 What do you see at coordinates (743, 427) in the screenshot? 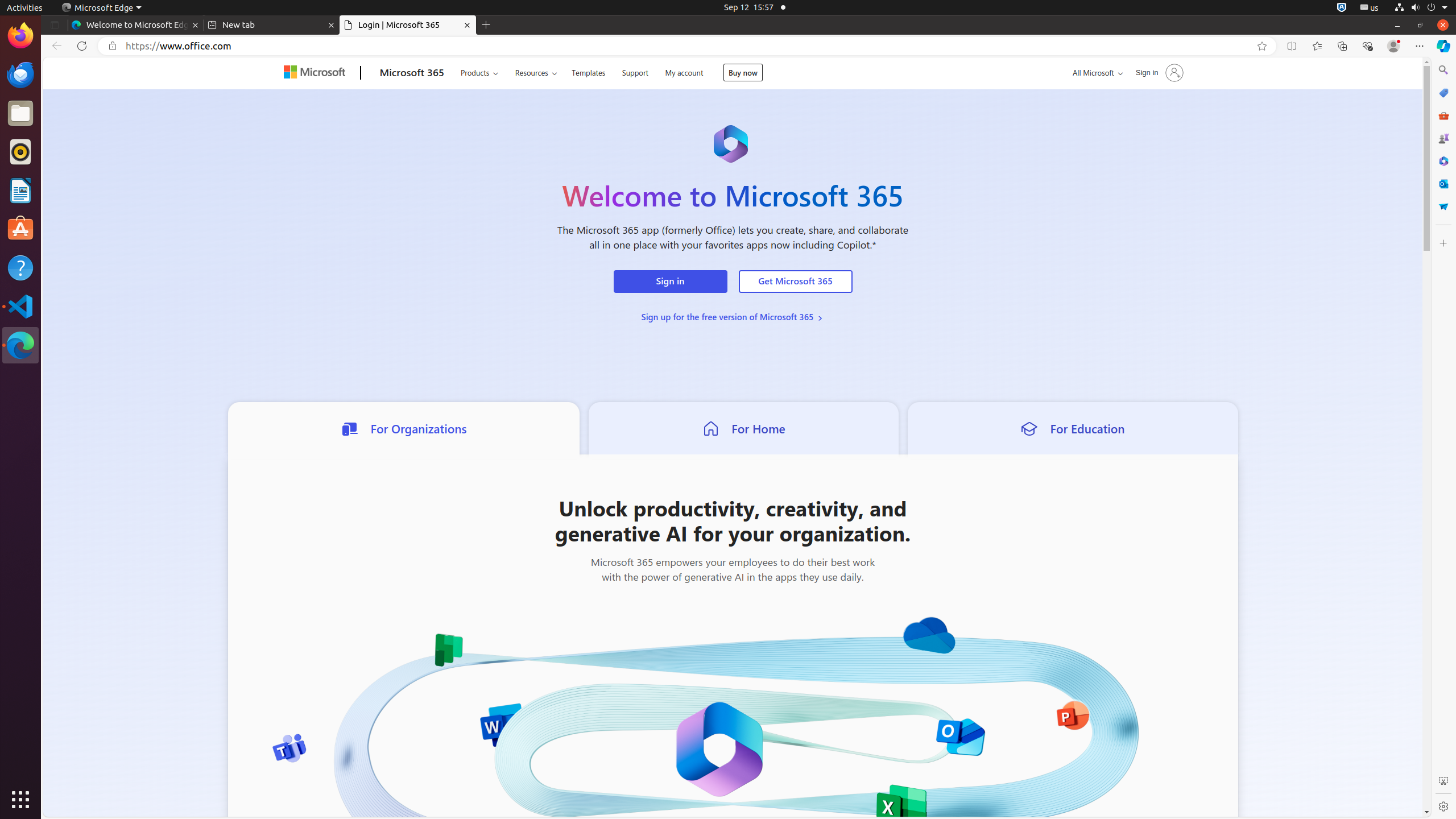
I see `'For Home'` at bounding box center [743, 427].